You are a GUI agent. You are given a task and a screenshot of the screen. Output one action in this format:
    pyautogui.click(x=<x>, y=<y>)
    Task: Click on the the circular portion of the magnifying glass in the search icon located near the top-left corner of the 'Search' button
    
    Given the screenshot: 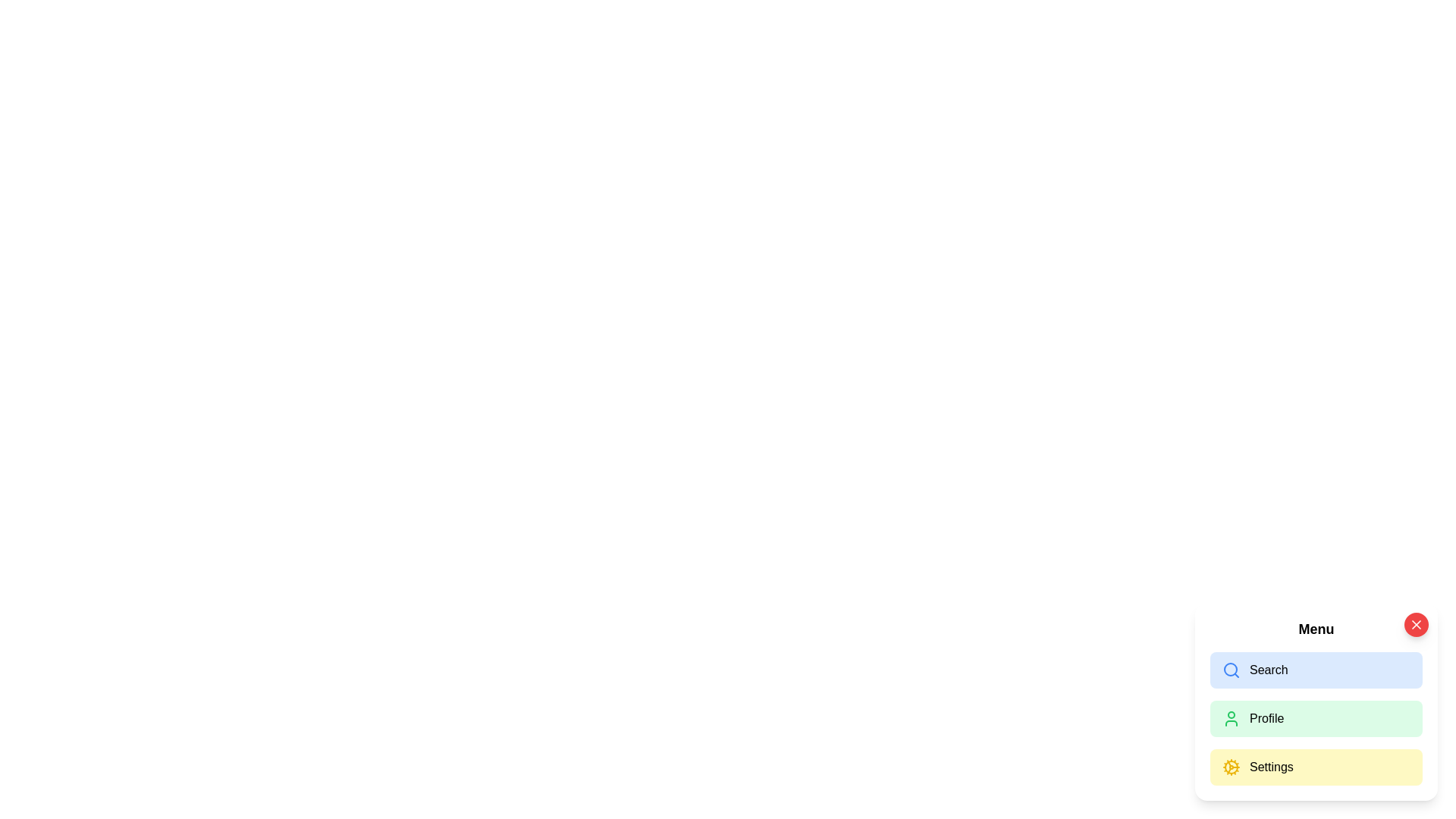 What is the action you would take?
    pyautogui.click(x=1230, y=669)
    